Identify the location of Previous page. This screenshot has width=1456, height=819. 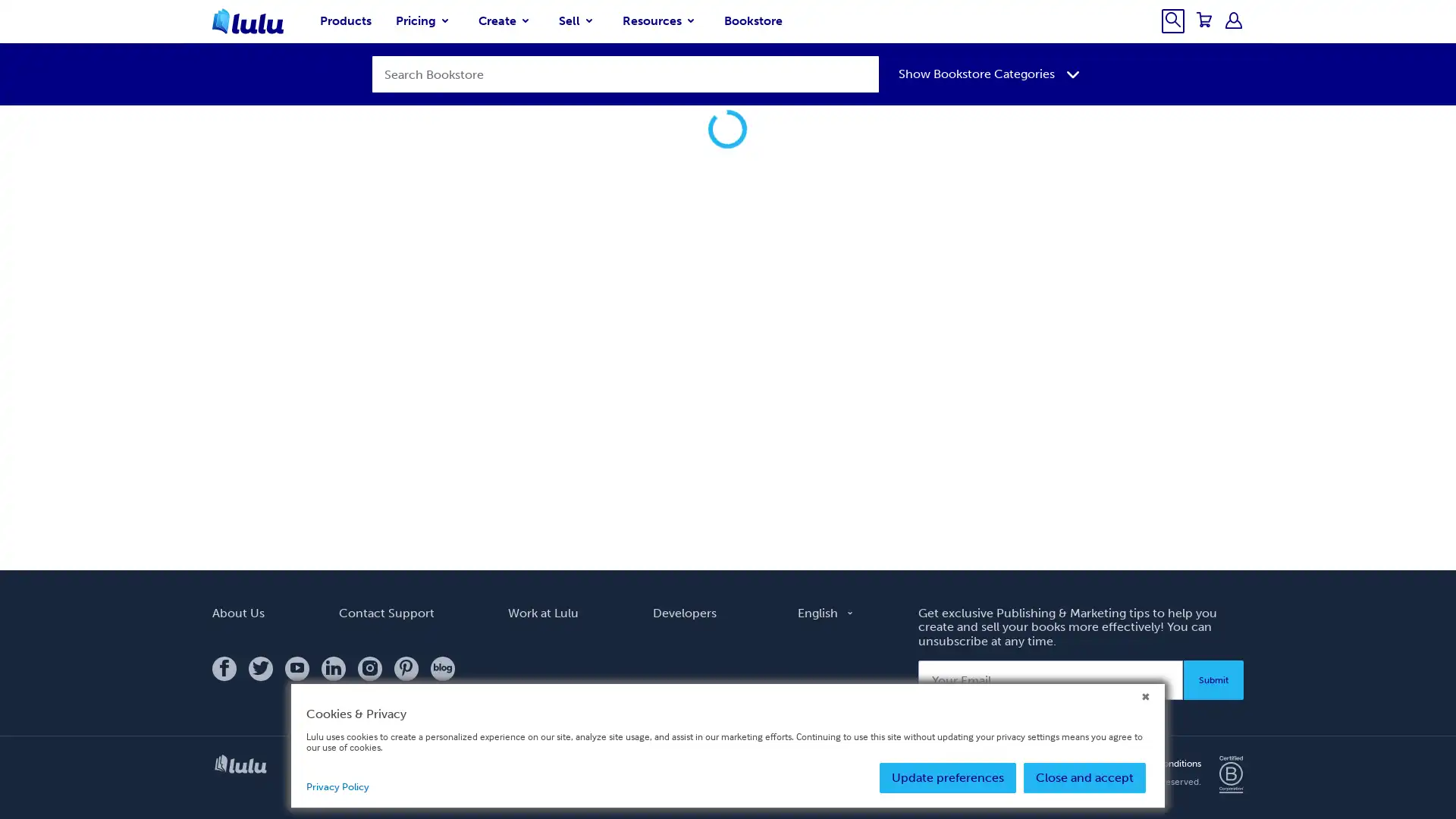
(1122, 464).